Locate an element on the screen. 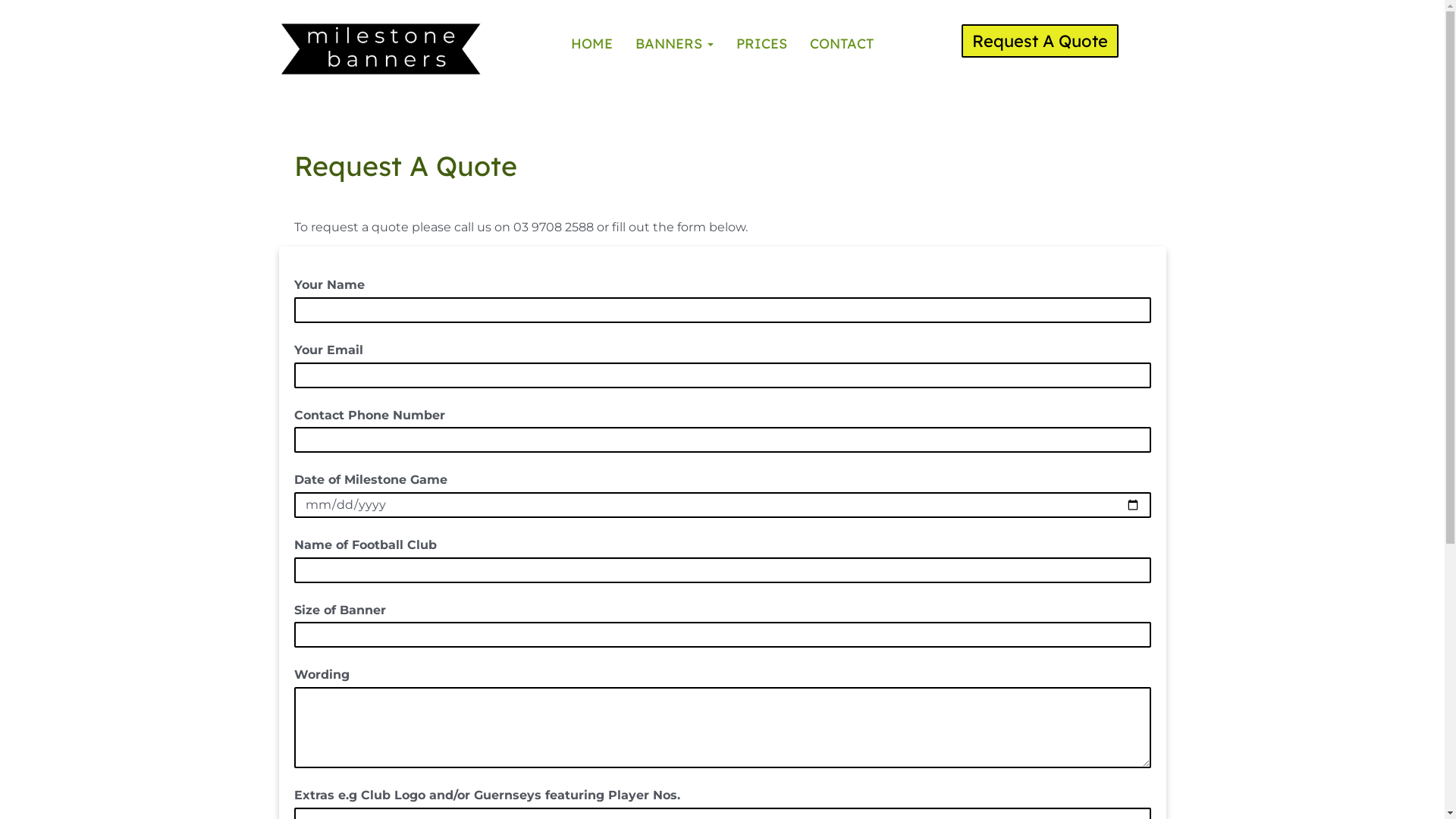 This screenshot has width=1456, height=819. 'HOME' is located at coordinates (591, 42).